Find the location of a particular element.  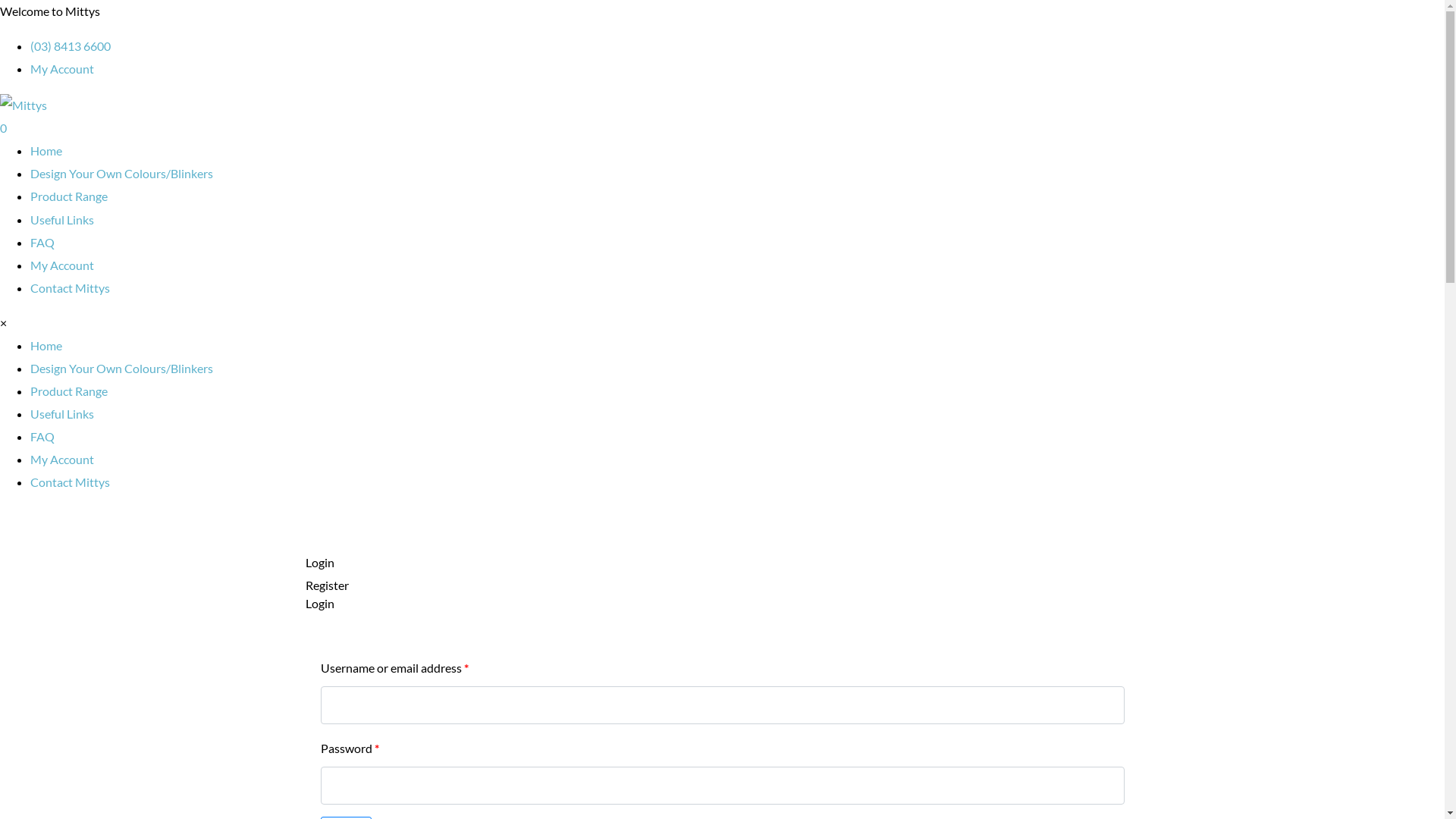

'Home' is located at coordinates (30, 345).